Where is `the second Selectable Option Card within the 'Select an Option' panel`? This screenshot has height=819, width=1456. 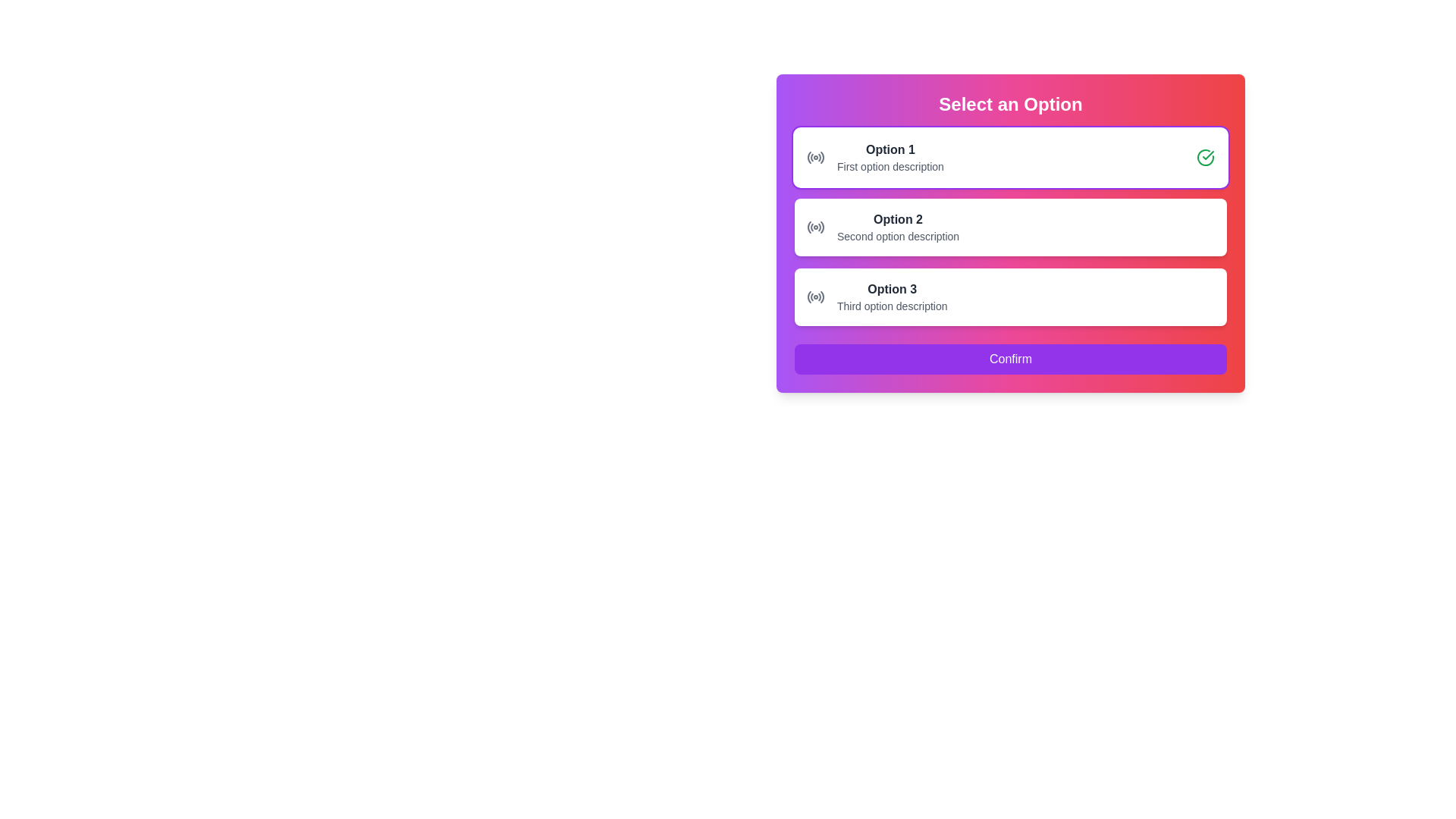
the second Selectable Option Card within the 'Select an Option' panel is located at coordinates (1011, 227).